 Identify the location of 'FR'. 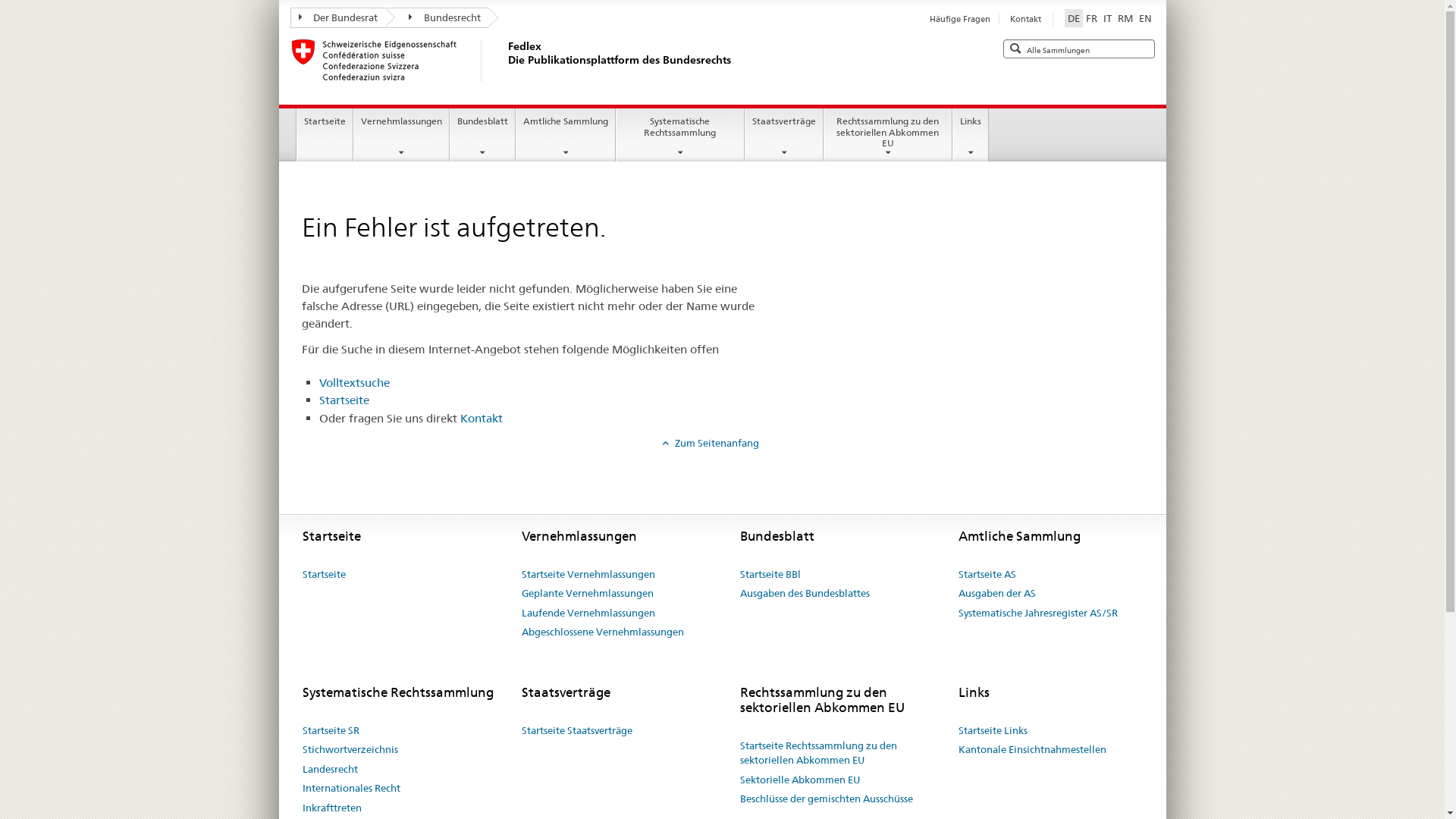
(1090, 17).